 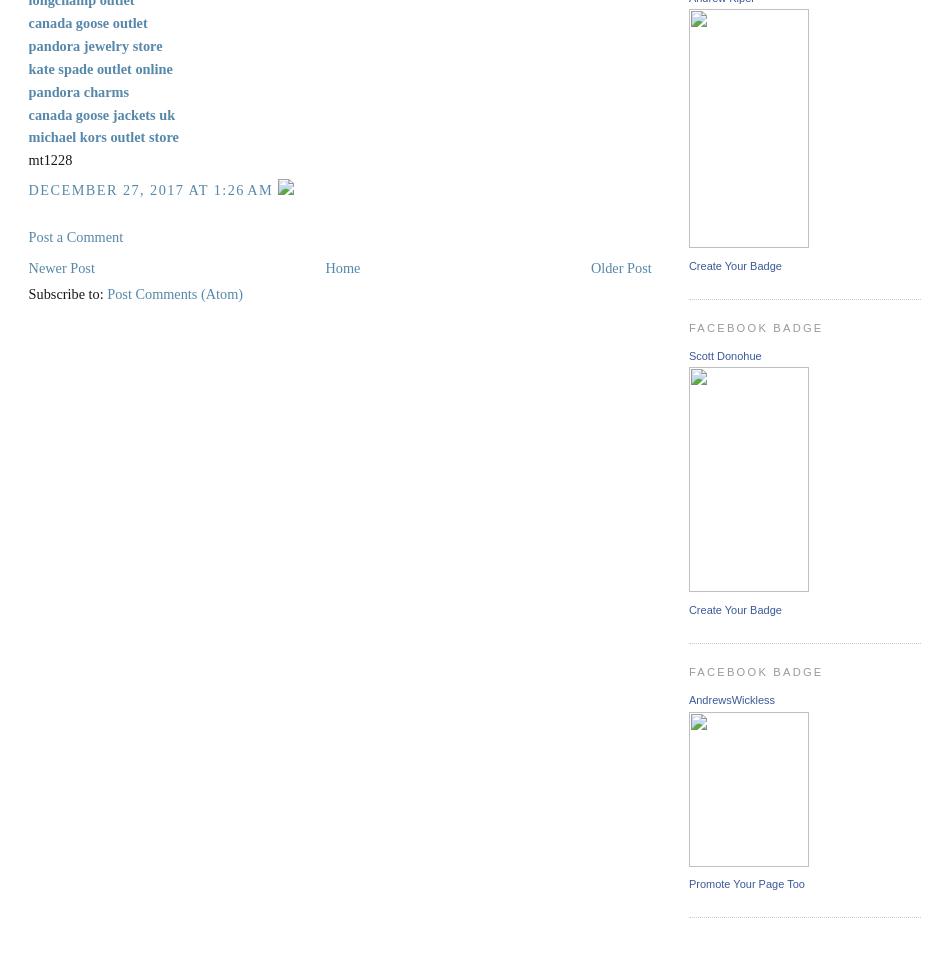 What do you see at coordinates (174, 292) in the screenshot?
I see `'Post Comments (Atom)'` at bounding box center [174, 292].